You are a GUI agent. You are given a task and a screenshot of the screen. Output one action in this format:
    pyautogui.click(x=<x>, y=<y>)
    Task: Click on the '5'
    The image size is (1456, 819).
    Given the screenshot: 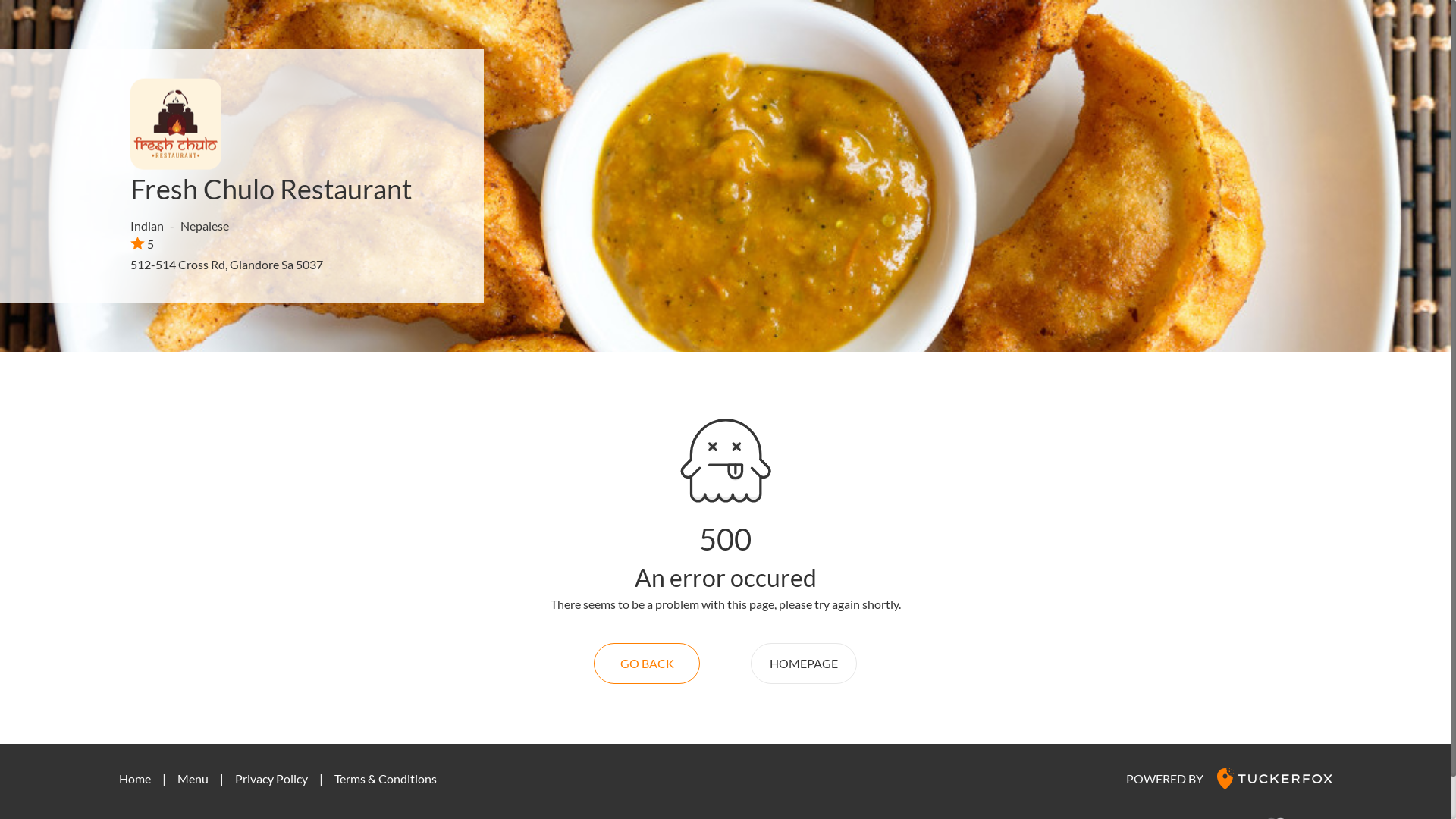 What is the action you would take?
    pyautogui.click(x=130, y=243)
    